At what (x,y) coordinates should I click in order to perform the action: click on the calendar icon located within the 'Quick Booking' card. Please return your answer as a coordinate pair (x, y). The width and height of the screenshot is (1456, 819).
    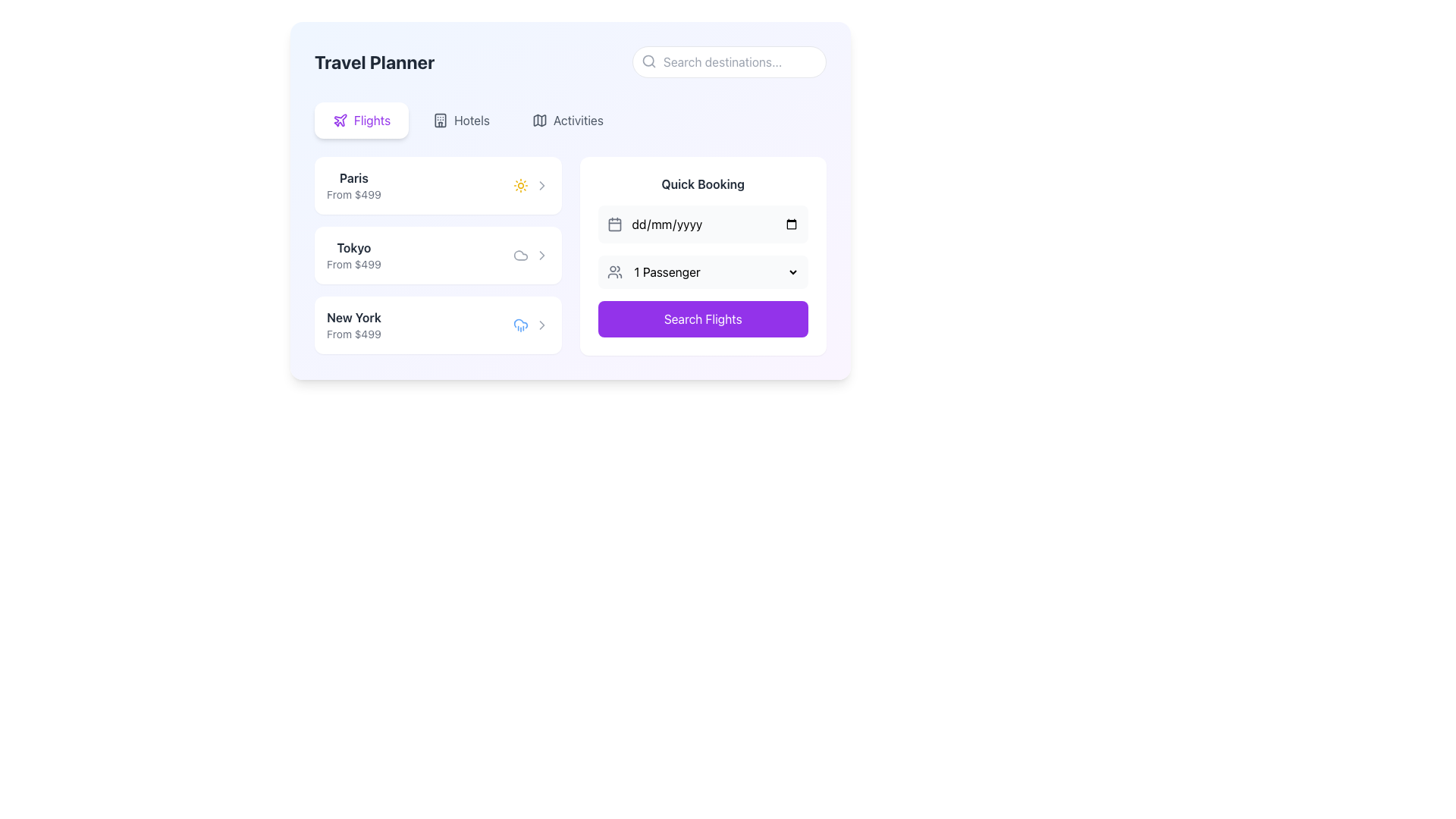
    Looking at the image, I should click on (614, 224).